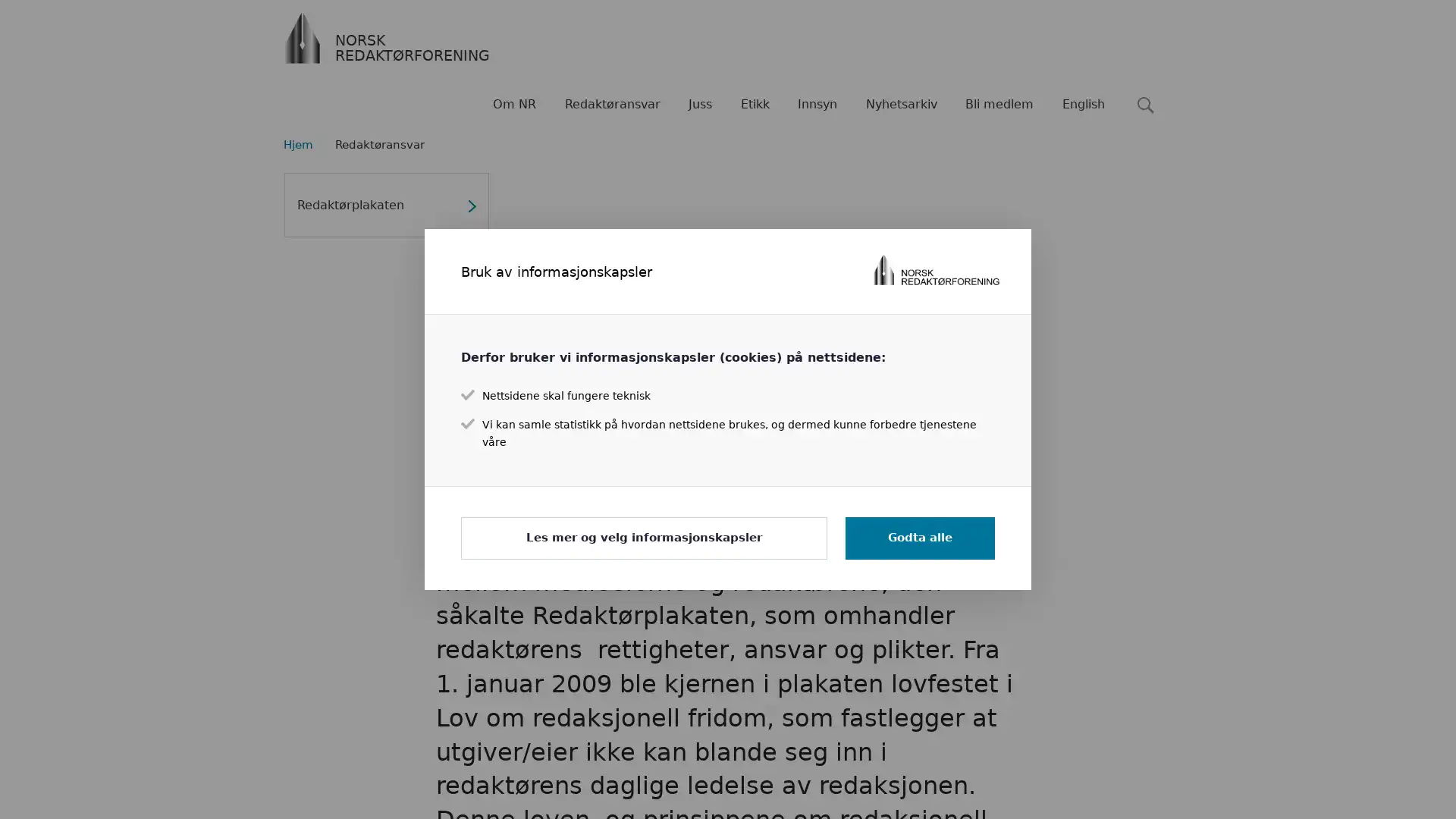 Image resolution: width=1456 pixels, height=819 pixels. What do you see at coordinates (919, 537) in the screenshot?
I see `Godta alle` at bounding box center [919, 537].